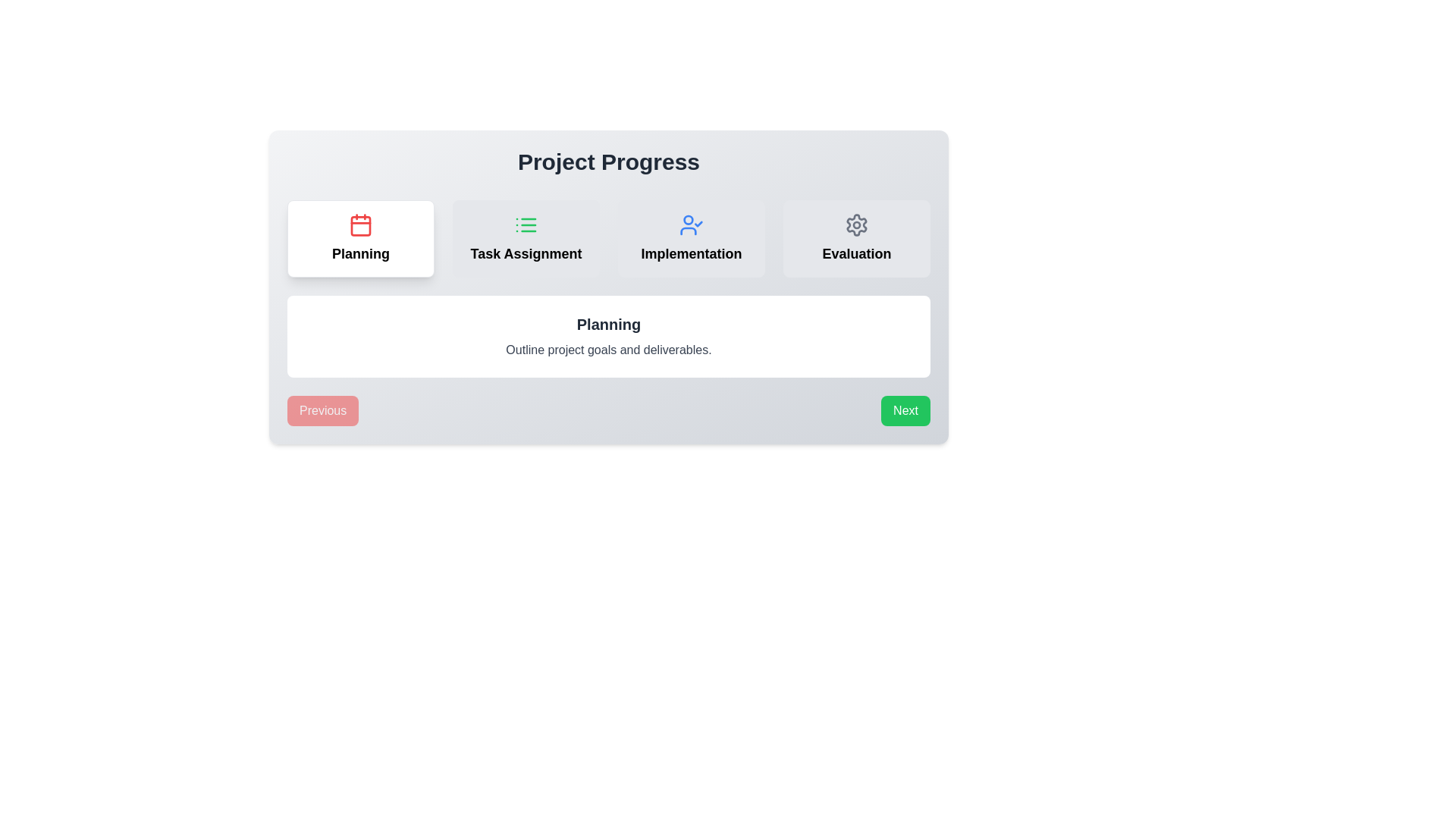  I want to click on to select or activate the 'Planning' section represented by the first card in the project timeline workflow, so click(359, 239).